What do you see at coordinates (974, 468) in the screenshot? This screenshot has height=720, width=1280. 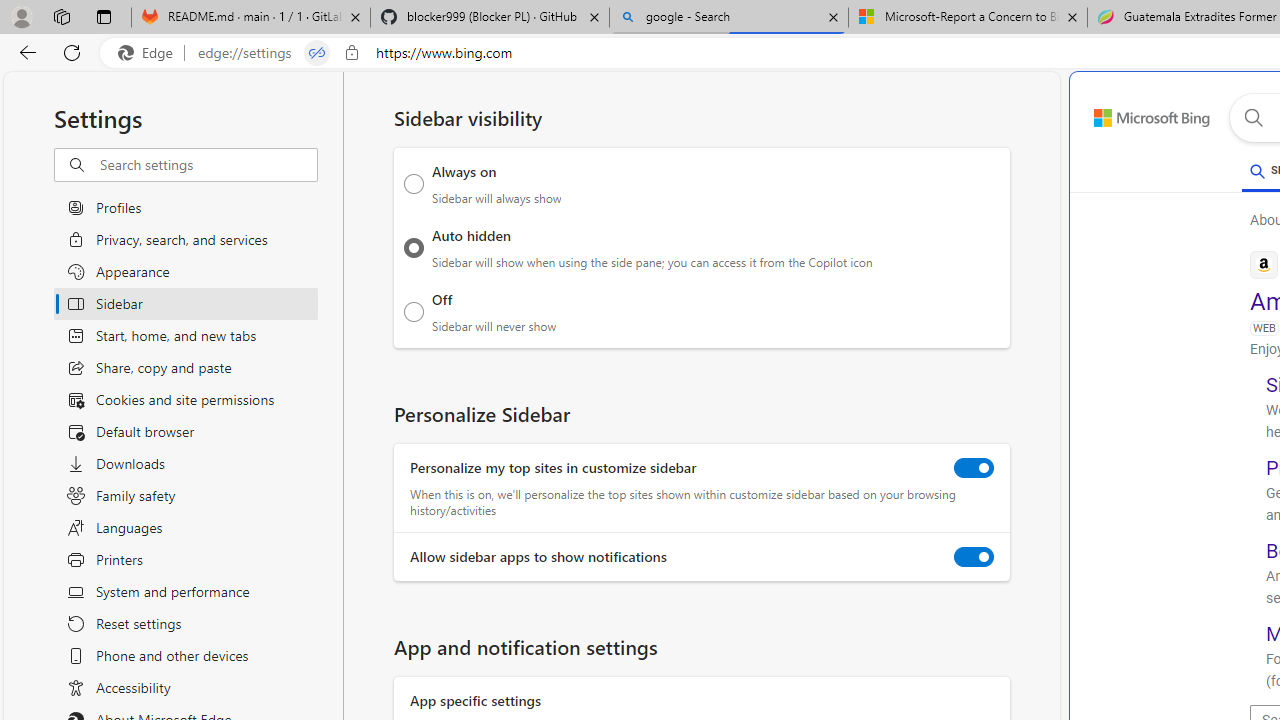 I see `'Personalize my top sites in customize sidebar'` at bounding box center [974, 468].